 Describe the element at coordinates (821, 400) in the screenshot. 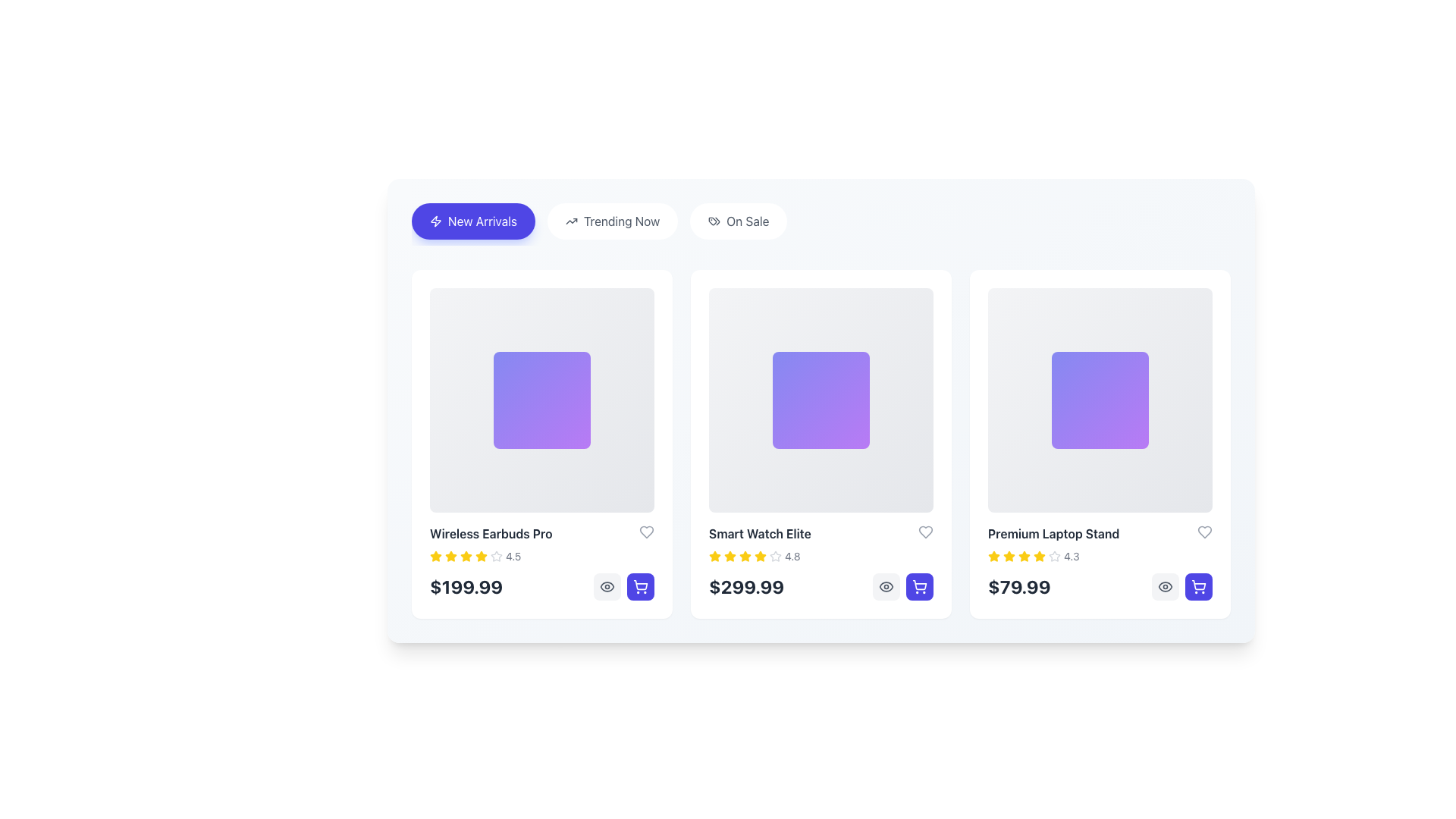

I see `the decorative visual or placeholder graphic located at the center of the 'Smart Watch Elite' product card, which is a square-shaped visual with a gradient background transitioning from indigo to purple` at that location.